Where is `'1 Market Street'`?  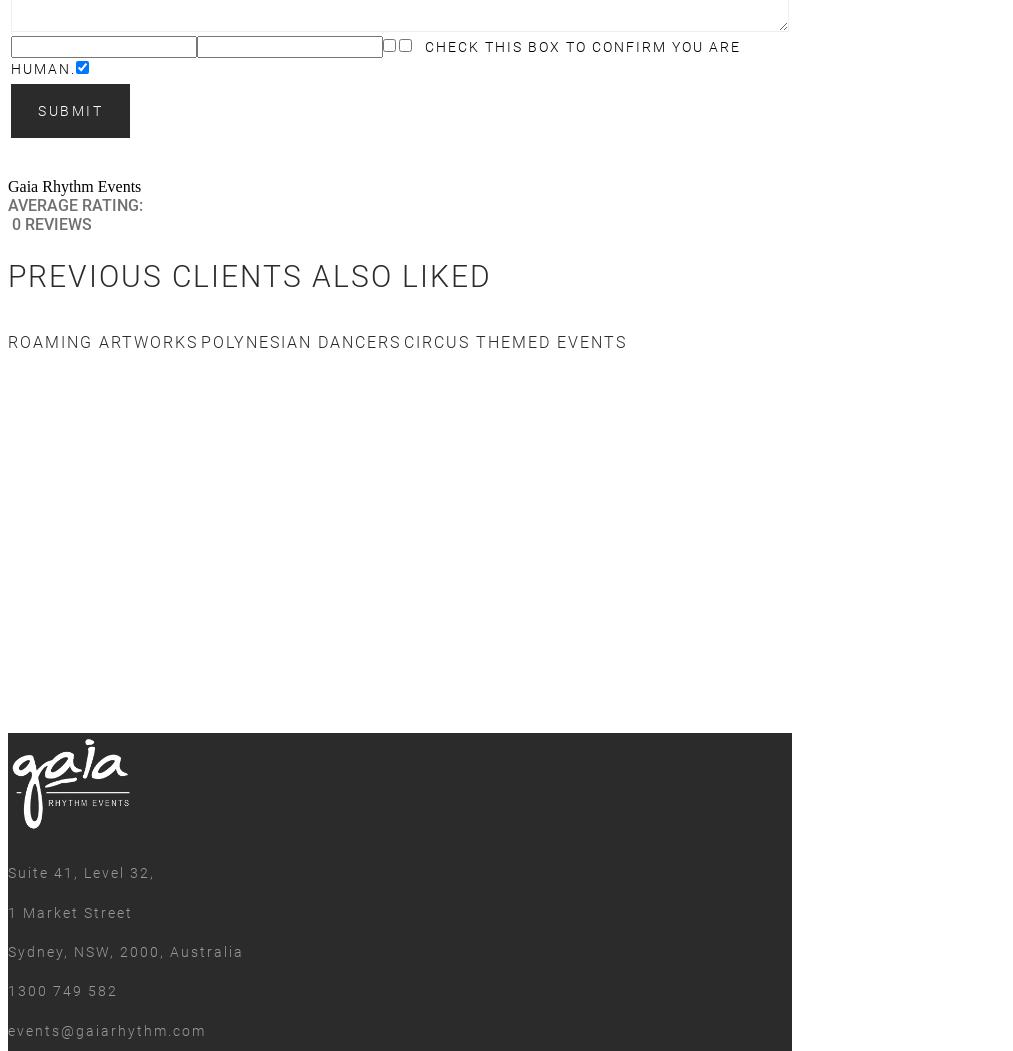
'1 Market Street' is located at coordinates (69, 911).